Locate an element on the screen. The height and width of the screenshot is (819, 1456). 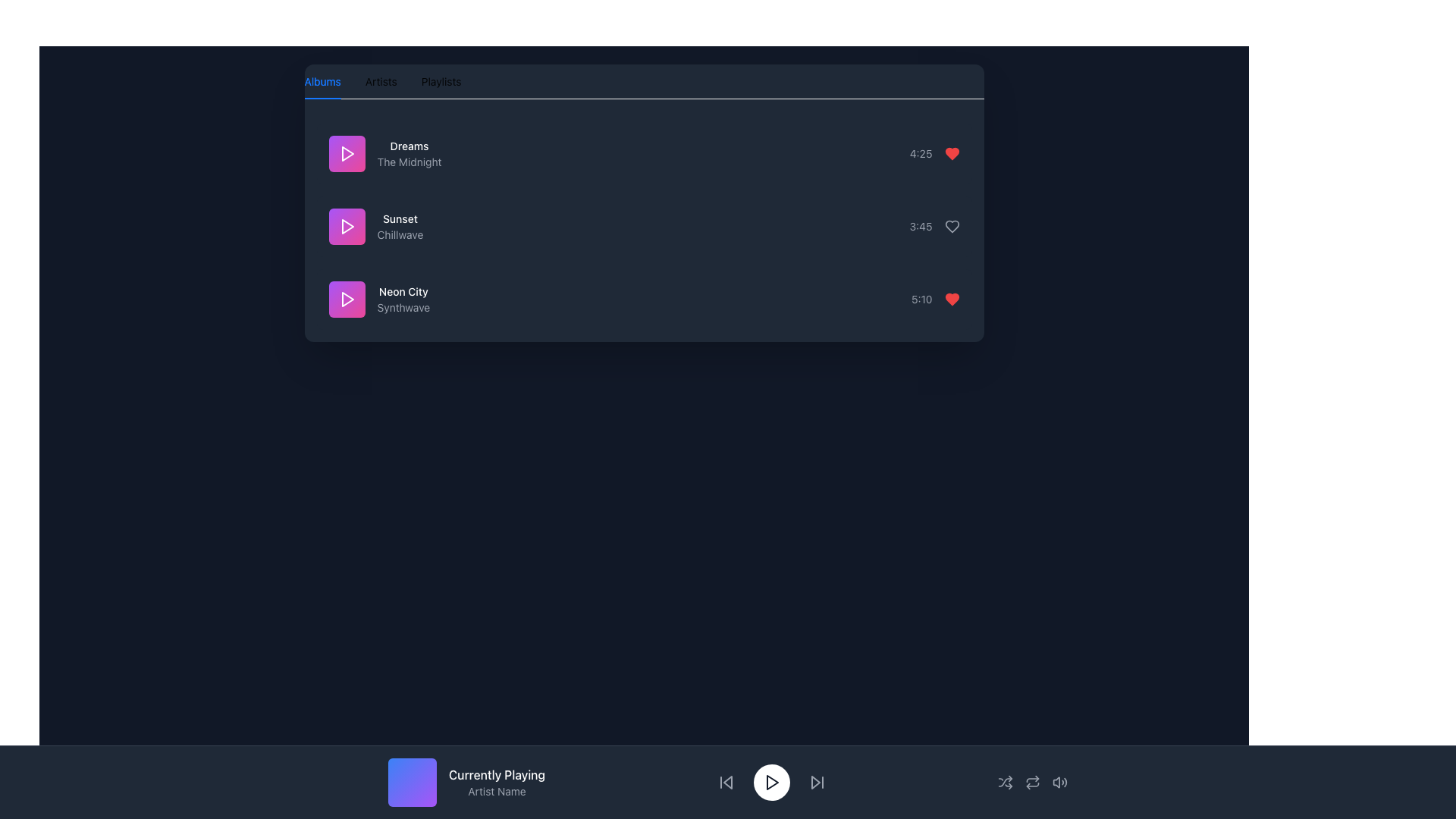
the triangular play icon outlined in white, located in the second item's entry of the playlist to play the 'Sunset' track is located at coordinates (347, 227).